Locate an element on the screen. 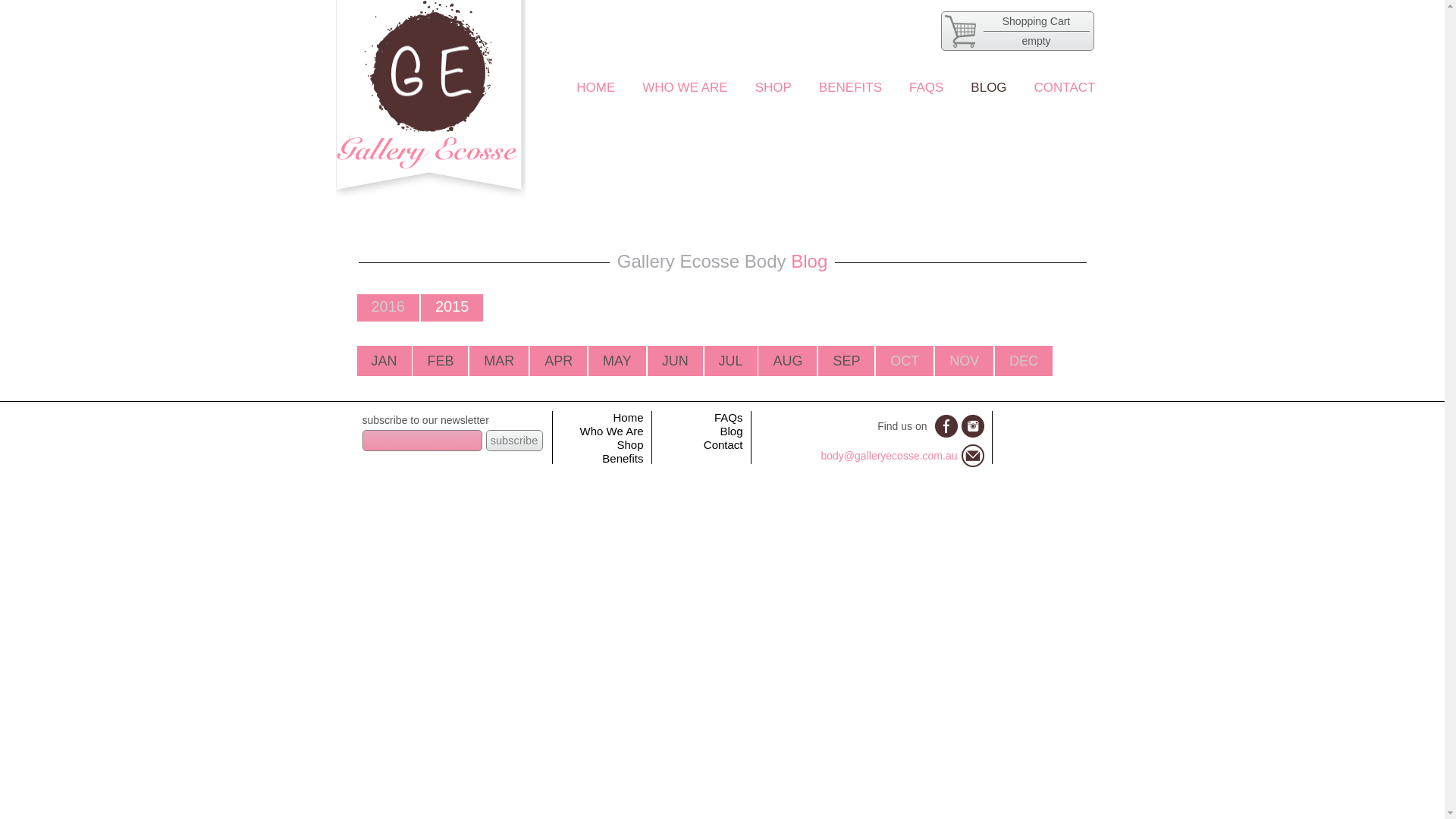  'Gallery Ecosse | instagram' is located at coordinates (972, 426).